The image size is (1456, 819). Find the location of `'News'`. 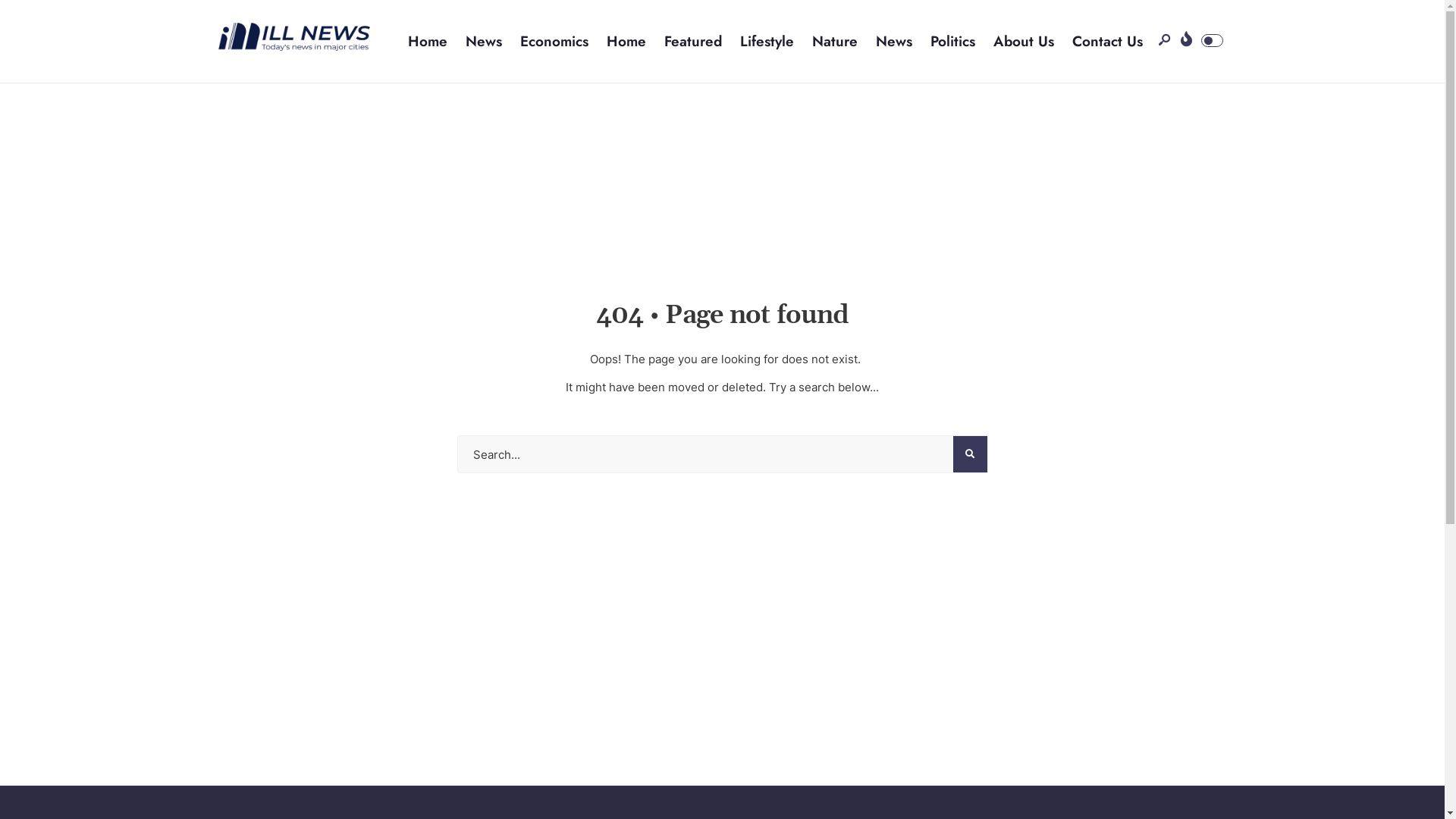

'News' is located at coordinates (465, 40).